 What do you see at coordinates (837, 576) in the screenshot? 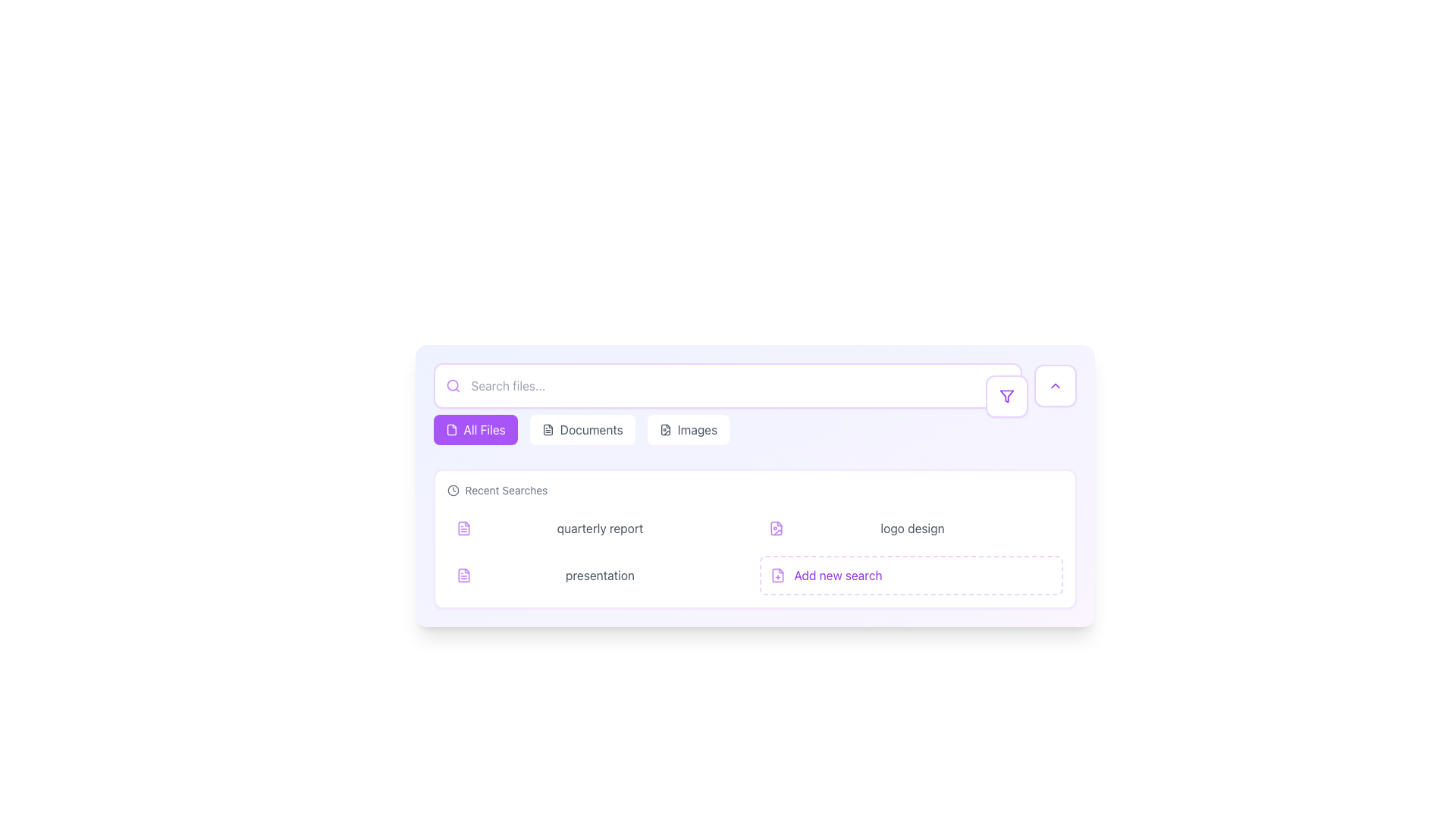
I see `the Text Label that indicates the functionality to add a new search item, located within a highlighted area resembling a clickable card at the bottom section of the interface` at bounding box center [837, 576].